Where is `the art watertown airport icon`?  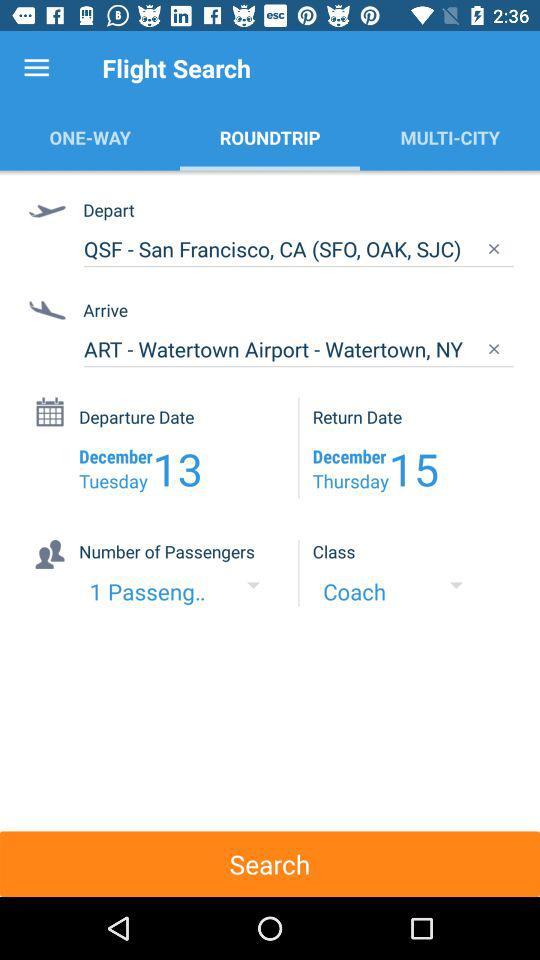 the art watertown airport icon is located at coordinates (297, 349).